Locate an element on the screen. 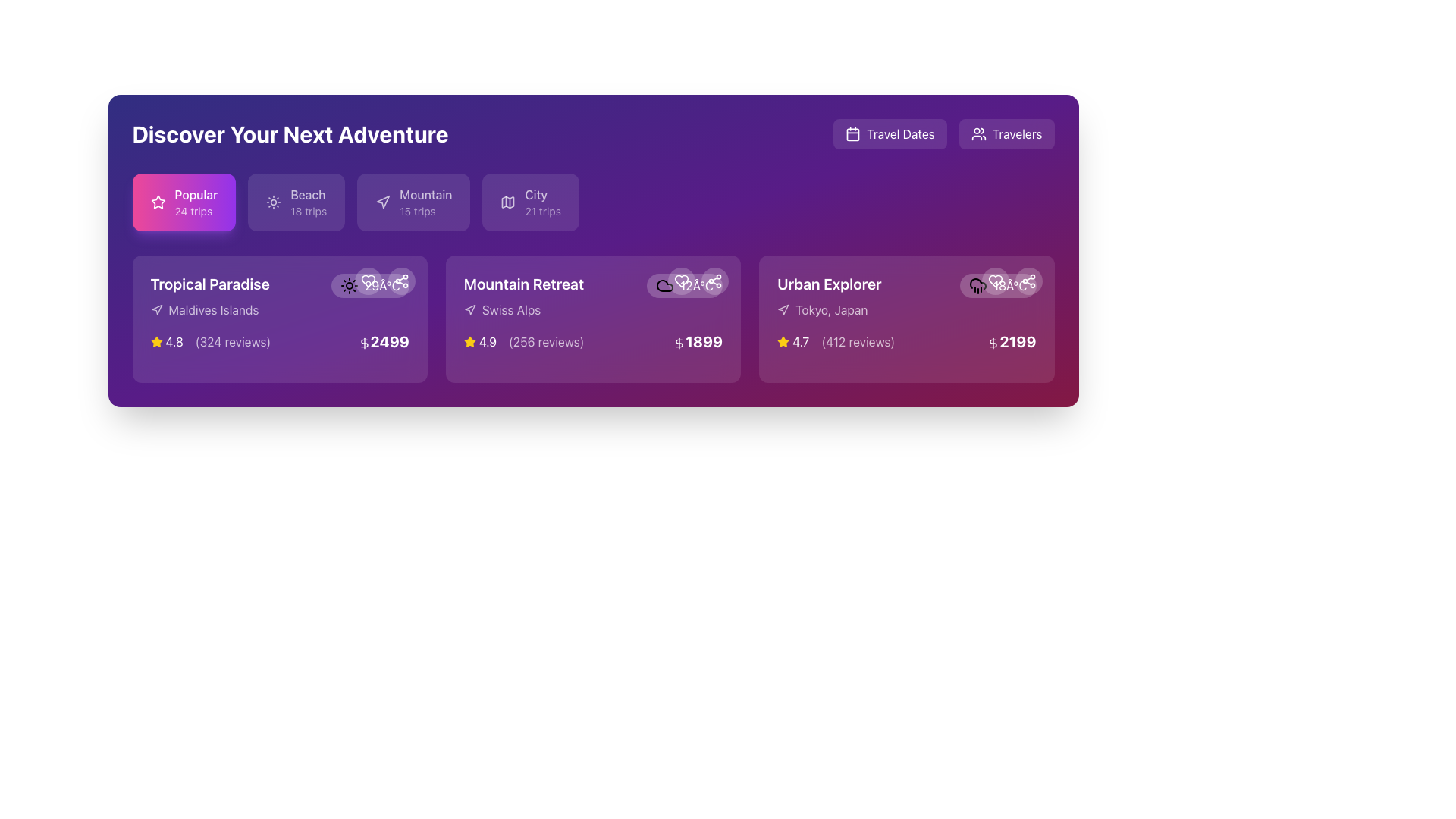 This screenshot has width=1456, height=819. the share button located is located at coordinates (1028, 281).